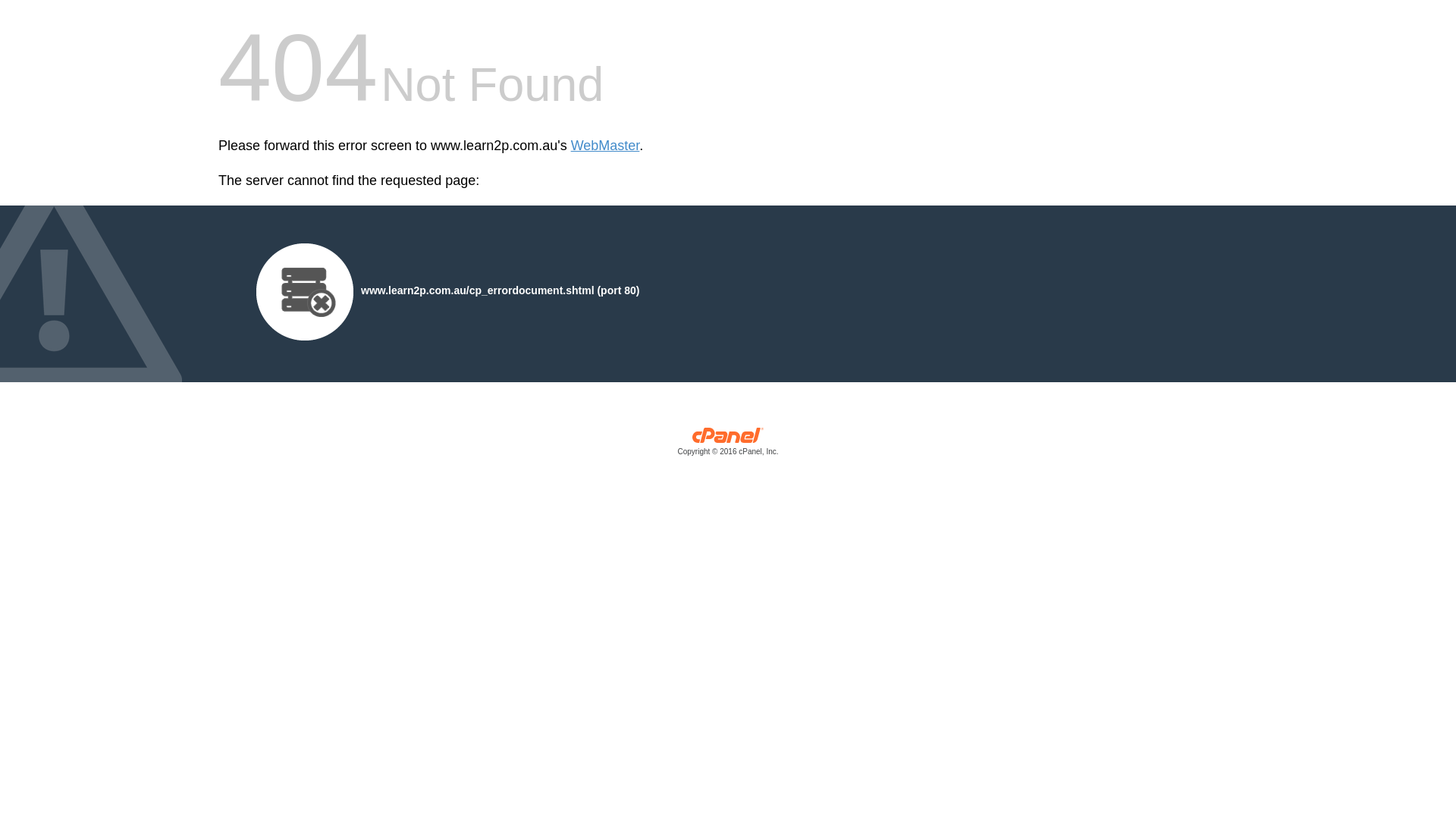 This screenshot has height=819, width=1456. What do you see at coordinates (570, 146) in the screenshot?
I see `'WebMaster'` at bounding box center [570, 146].